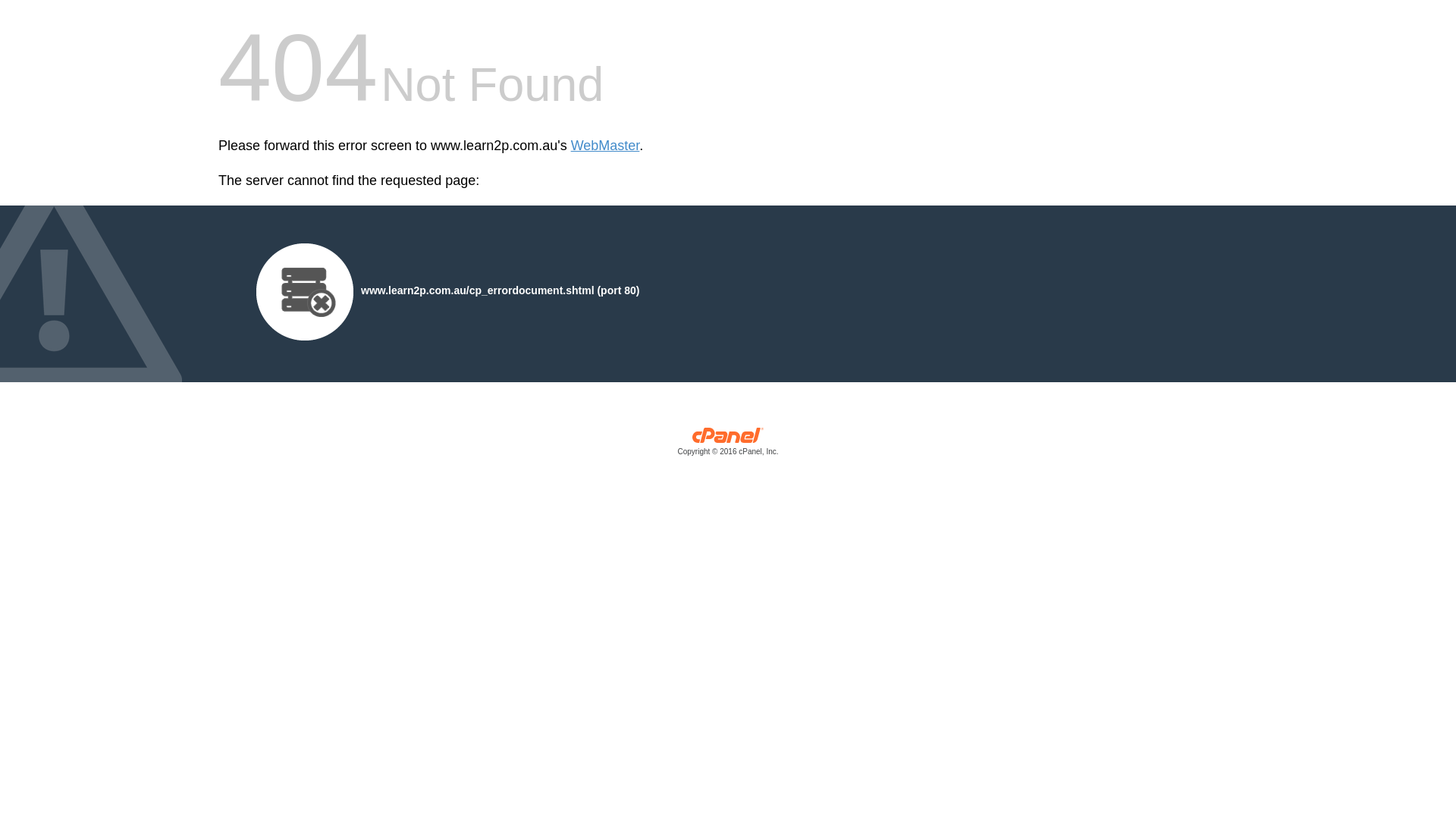 This screenshot has height=819, width=1456. What do you see at coordinates (570, 146) in the screenshot?
I see `'WebMaster'` at bounding box center [570, 146].